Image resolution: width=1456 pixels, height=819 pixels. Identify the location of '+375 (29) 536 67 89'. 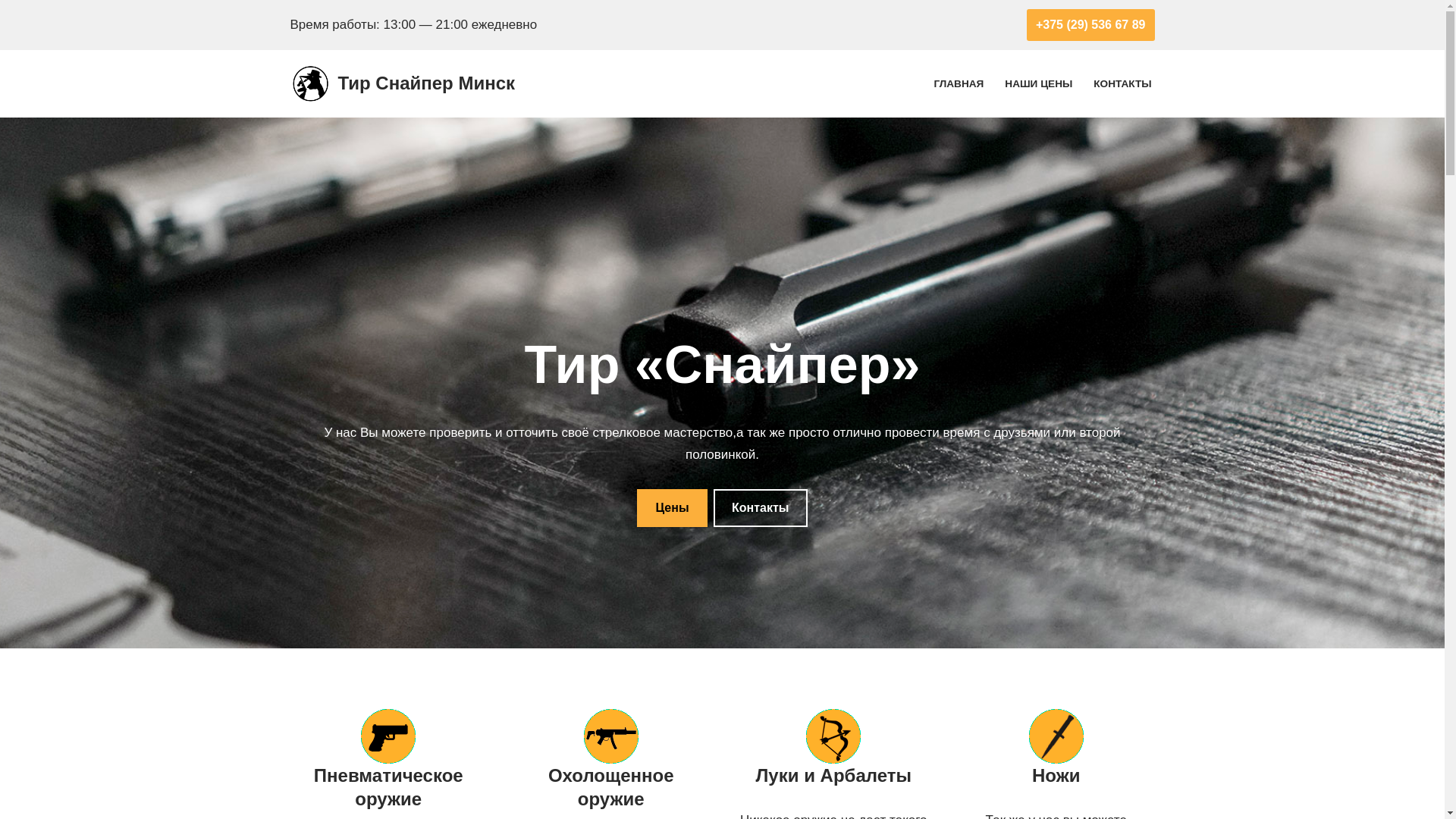
(1090, 25).